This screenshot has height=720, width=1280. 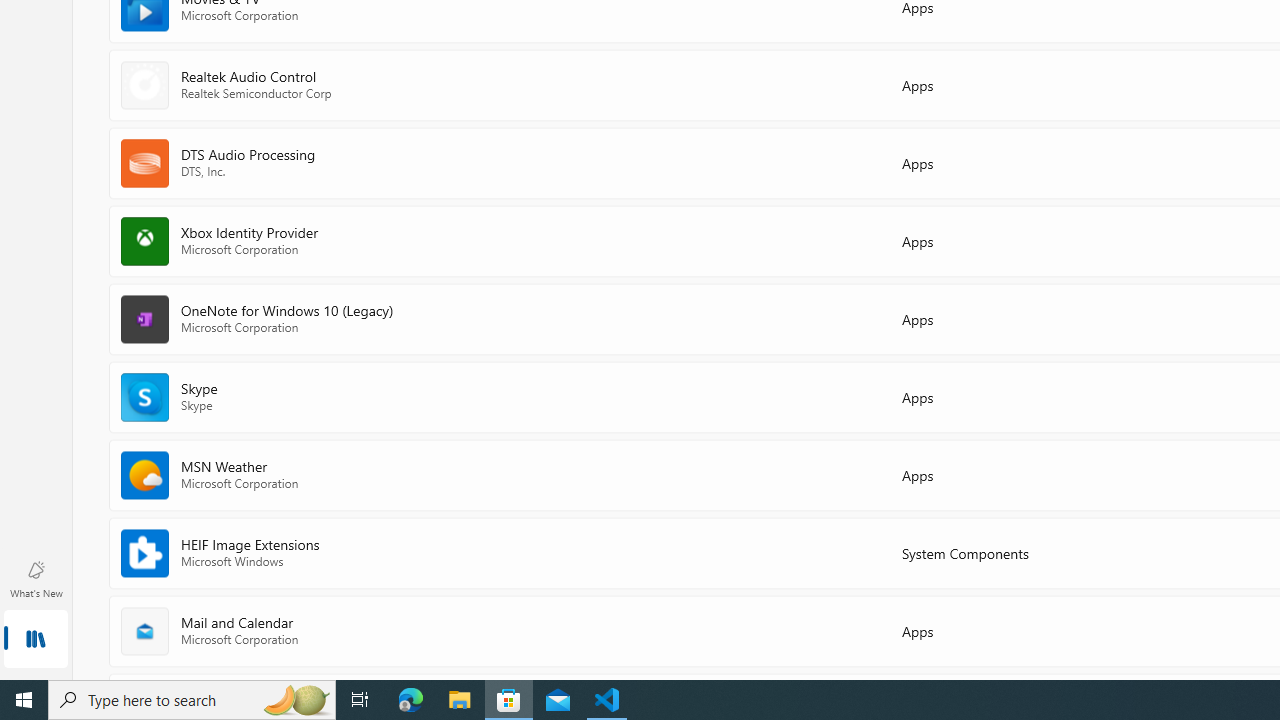 What do you see at coordinates (35, 640) in the screenshot?
I see `'Library'` at bounding box center [35, 640].